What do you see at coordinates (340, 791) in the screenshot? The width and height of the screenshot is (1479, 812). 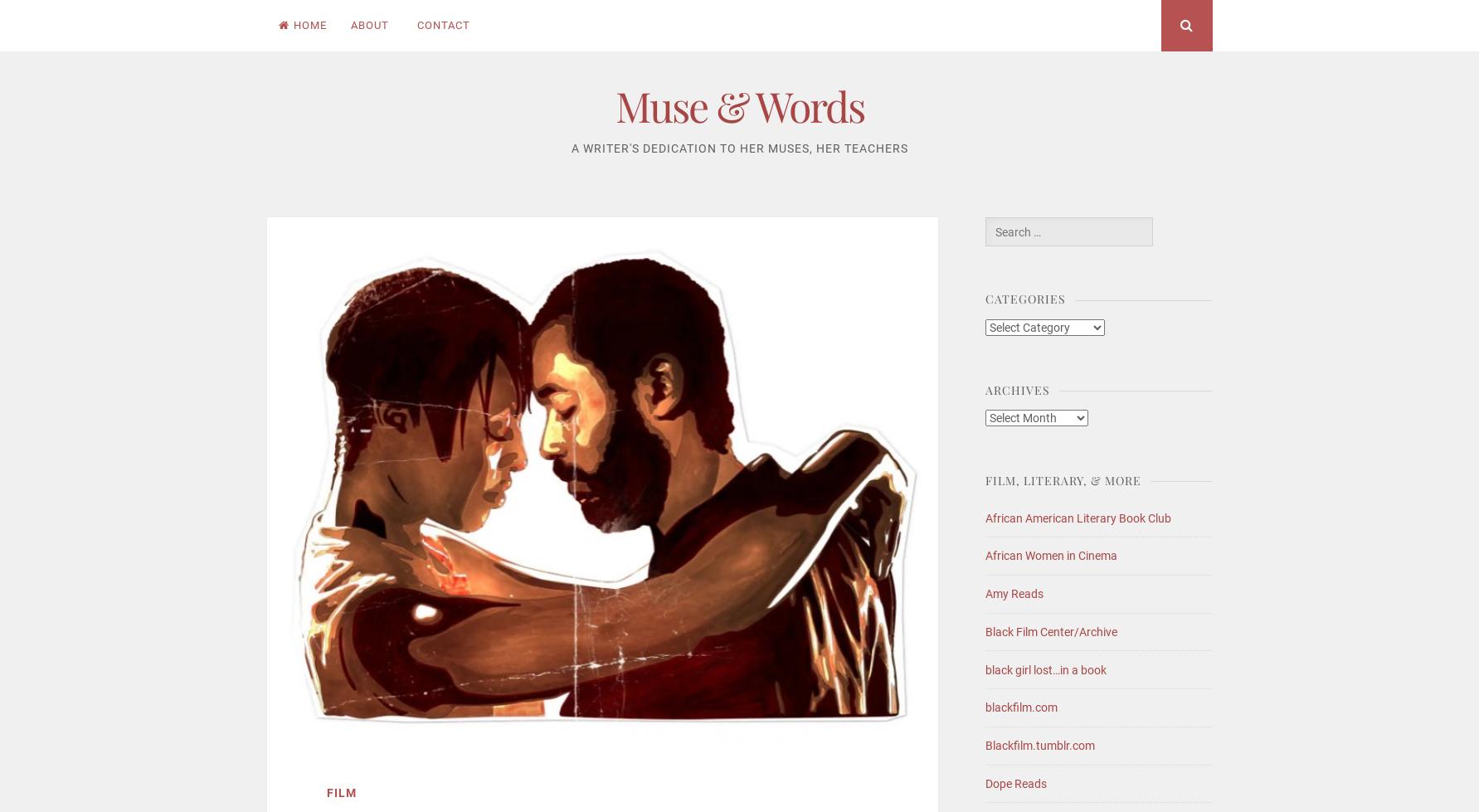 I see `'Film'` at bounding box center [340, 791].